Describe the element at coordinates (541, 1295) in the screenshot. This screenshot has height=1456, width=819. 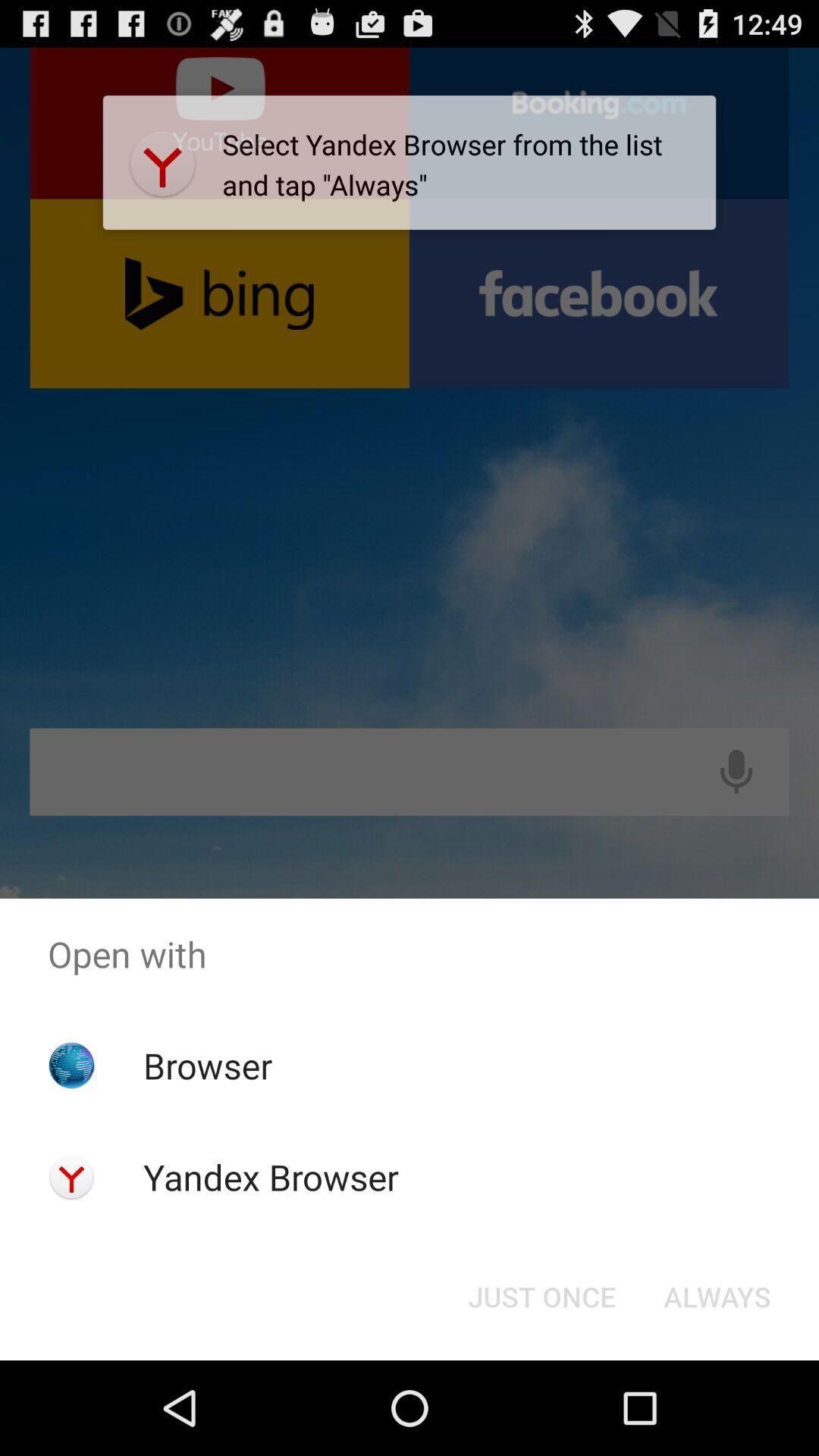
I see `the button next to always button` at that location.